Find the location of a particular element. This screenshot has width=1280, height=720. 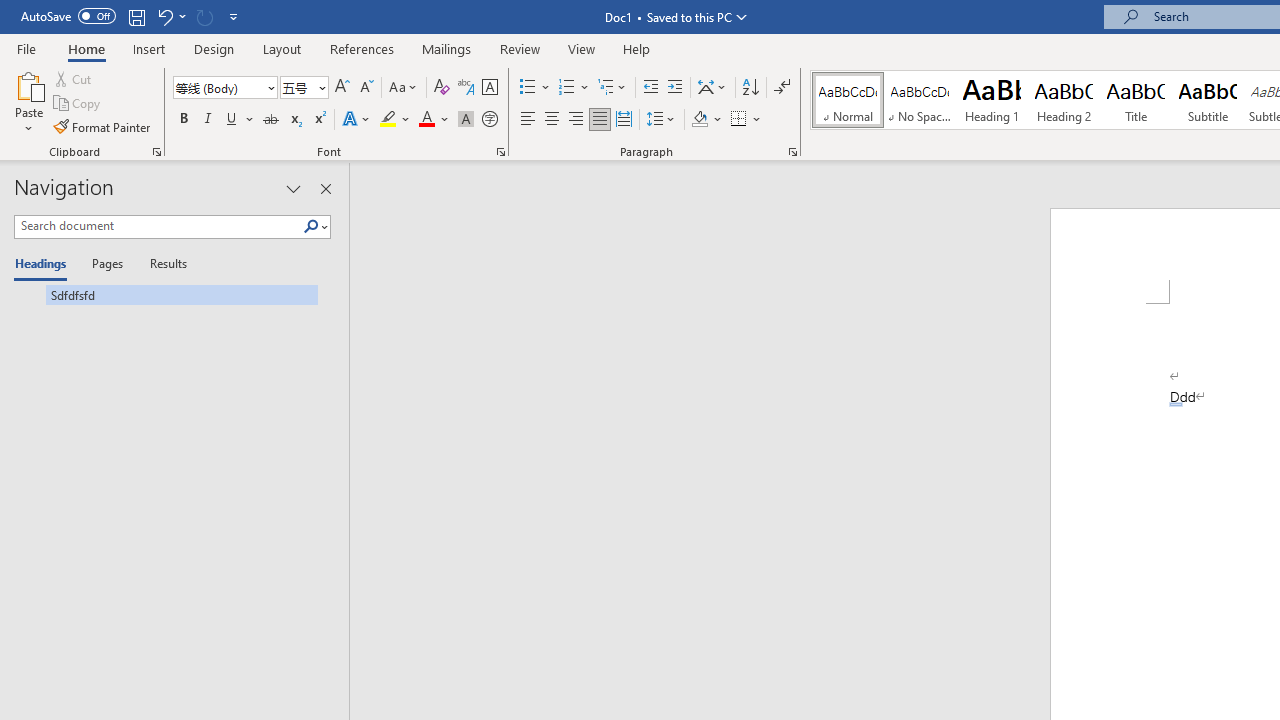

'Line and Paragraph Spacing' is located at coordinates (661, 119).